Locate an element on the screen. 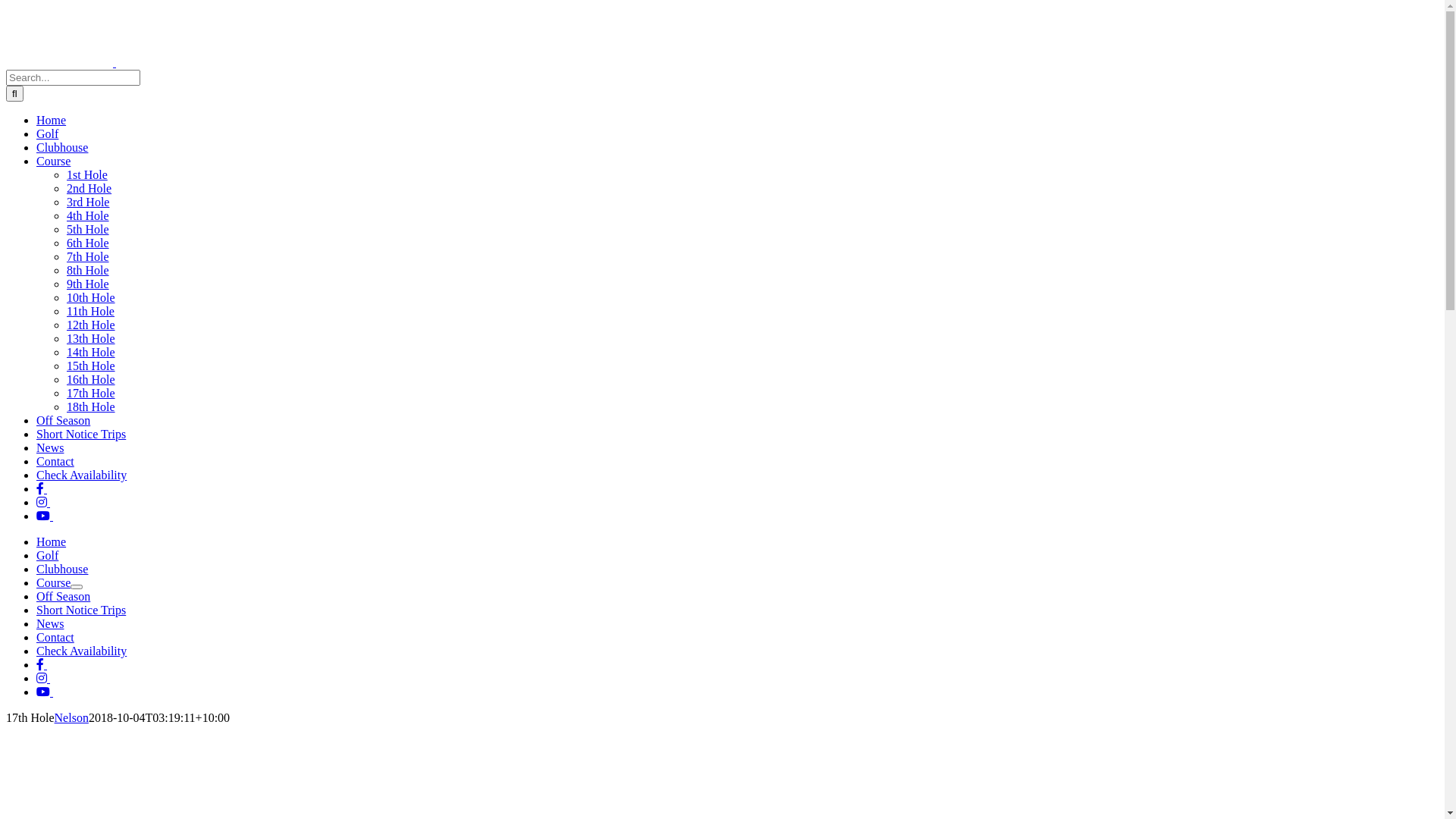  'Clubhouse' is located at coordinates (61, 147).